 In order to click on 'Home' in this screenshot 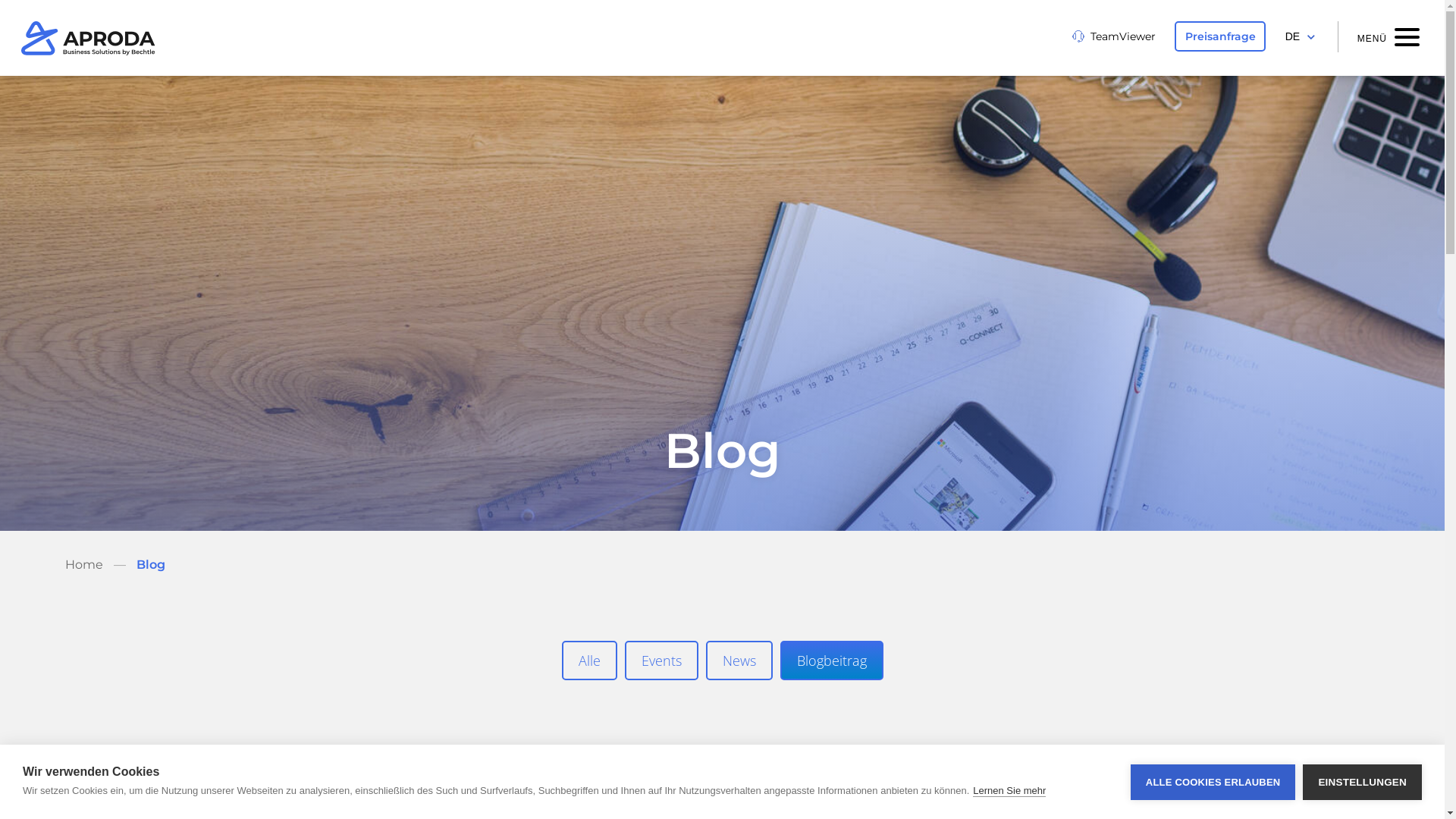, I will do `click(64, 564)`.